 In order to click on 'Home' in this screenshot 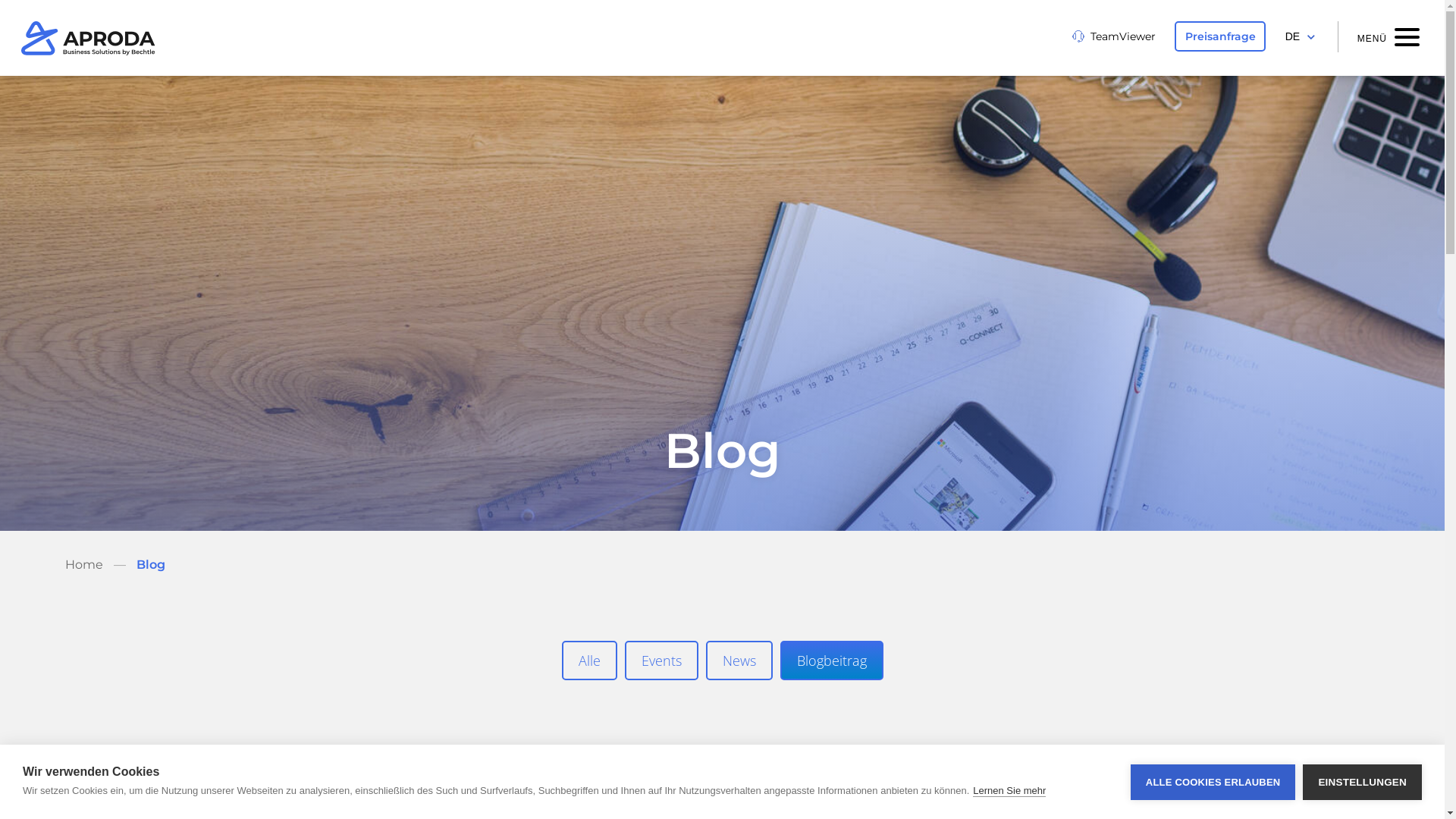, I will do `click(64, 564)`.